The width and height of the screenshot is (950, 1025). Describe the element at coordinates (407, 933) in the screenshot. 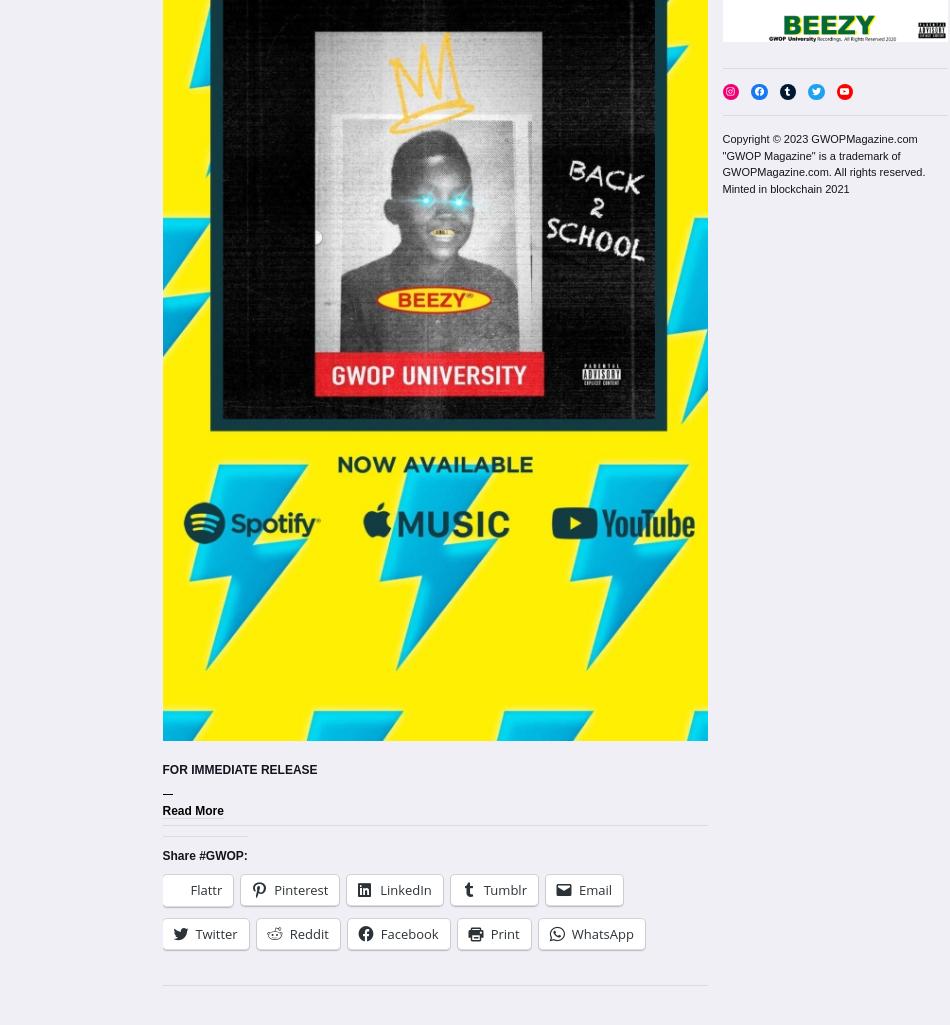

I see `'Facebook'` at that location.